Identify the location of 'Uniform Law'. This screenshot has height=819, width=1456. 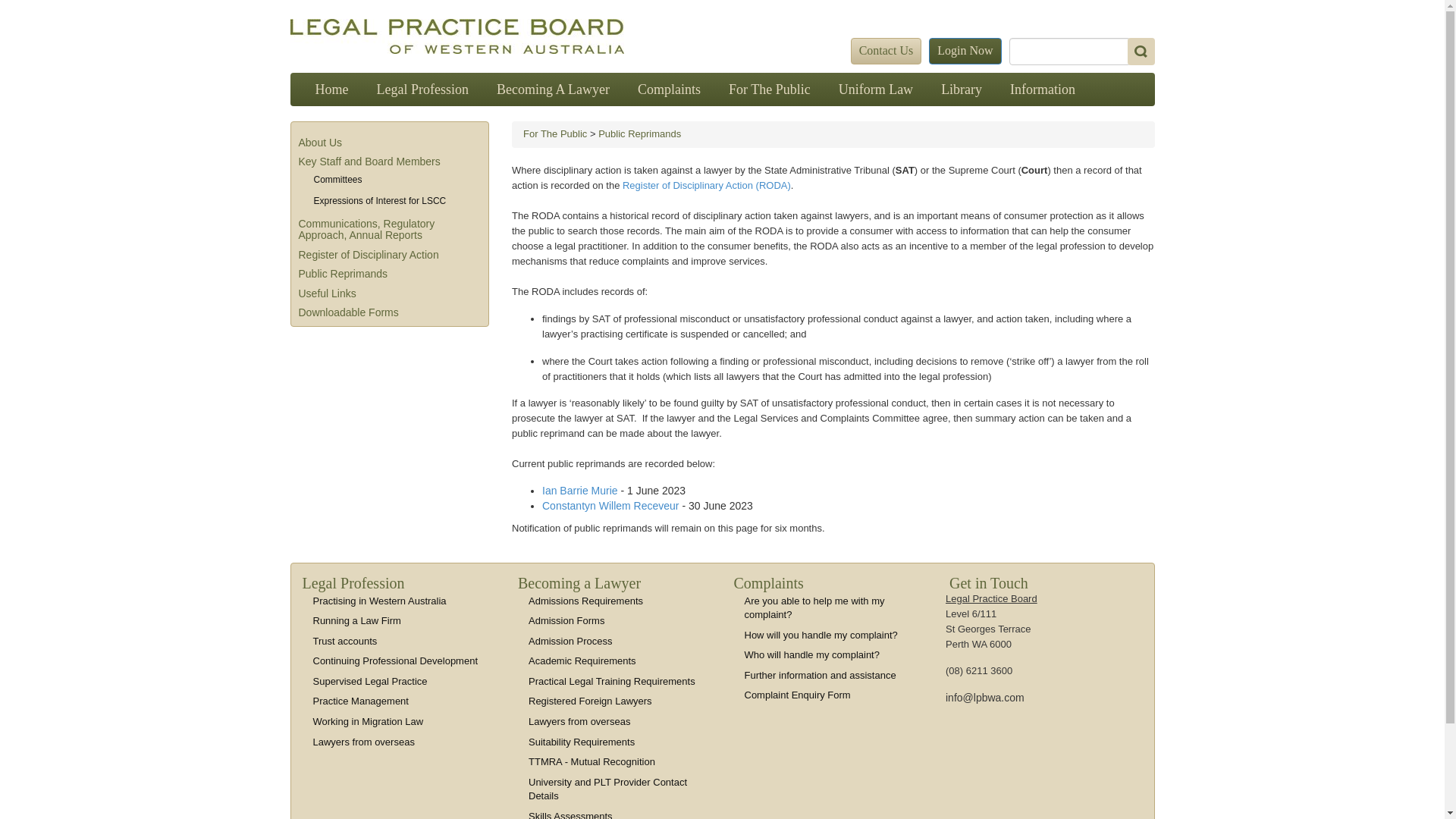
(876, 89).